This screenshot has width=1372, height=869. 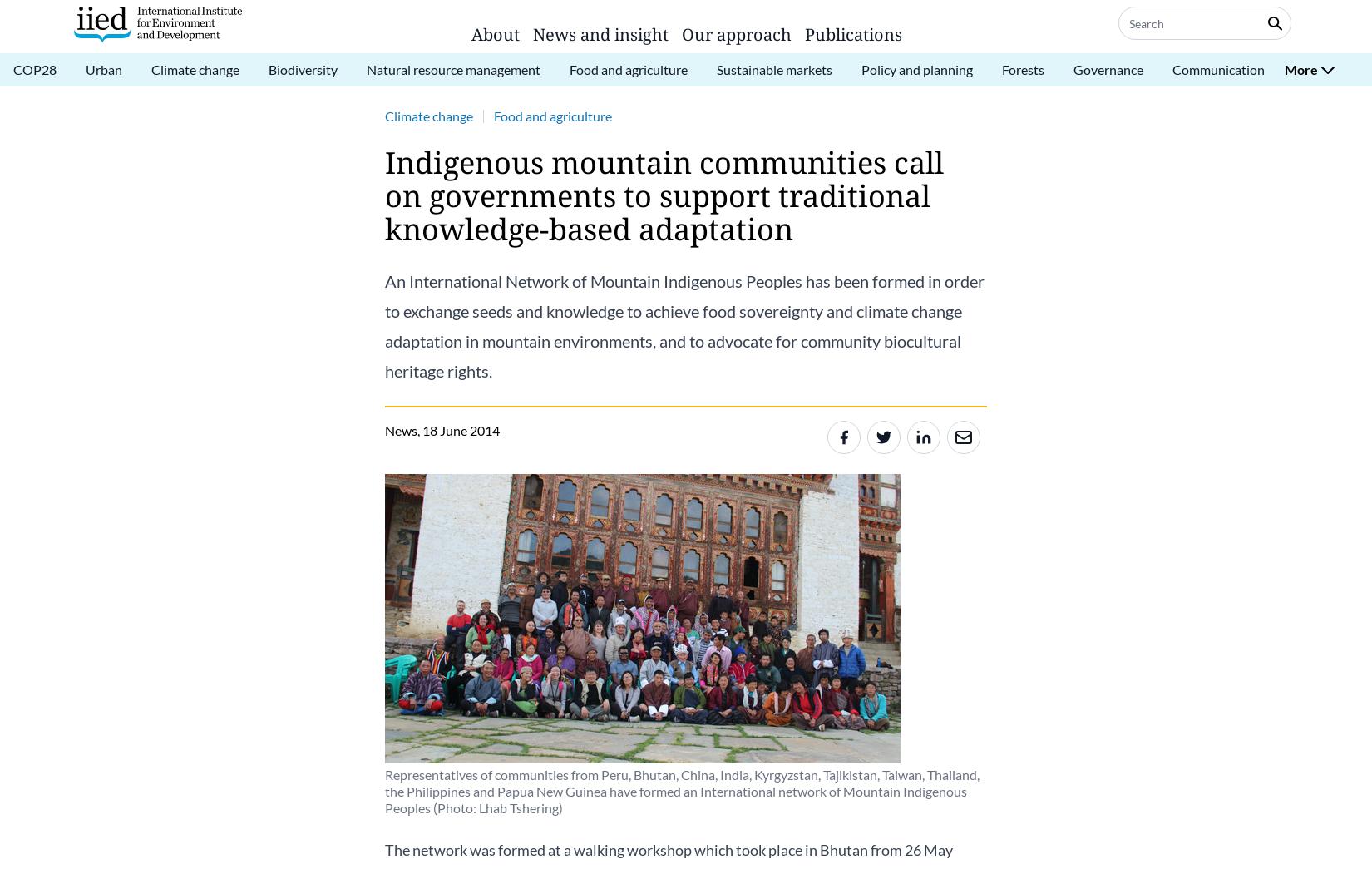 I want to click on 'Policy and planning', so click(x=917, y=69).